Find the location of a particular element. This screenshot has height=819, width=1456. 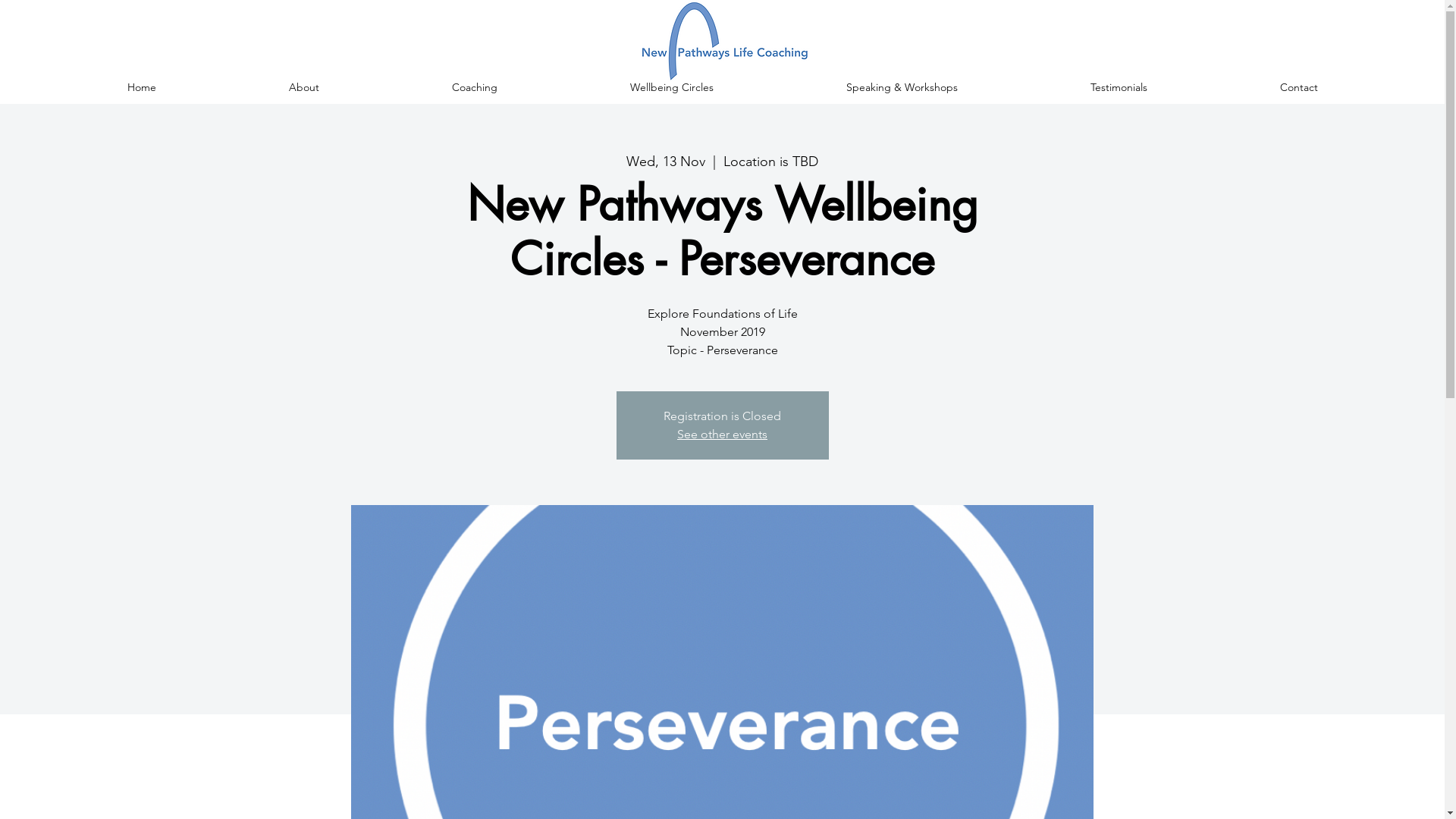

'Coaching' is located at coordinates (473, 87).